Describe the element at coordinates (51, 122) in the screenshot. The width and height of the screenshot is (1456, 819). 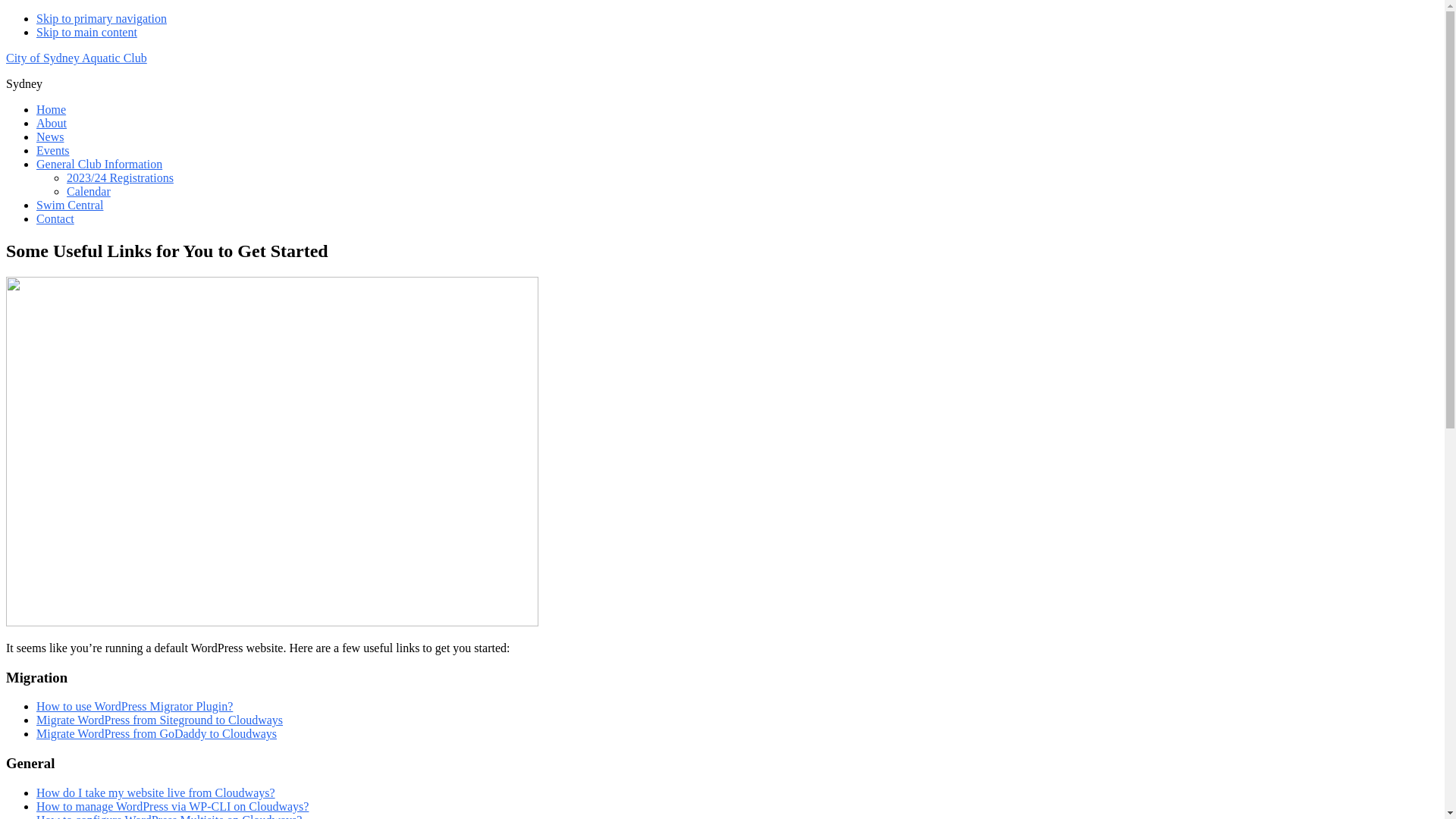
I see `'About'` at that location.